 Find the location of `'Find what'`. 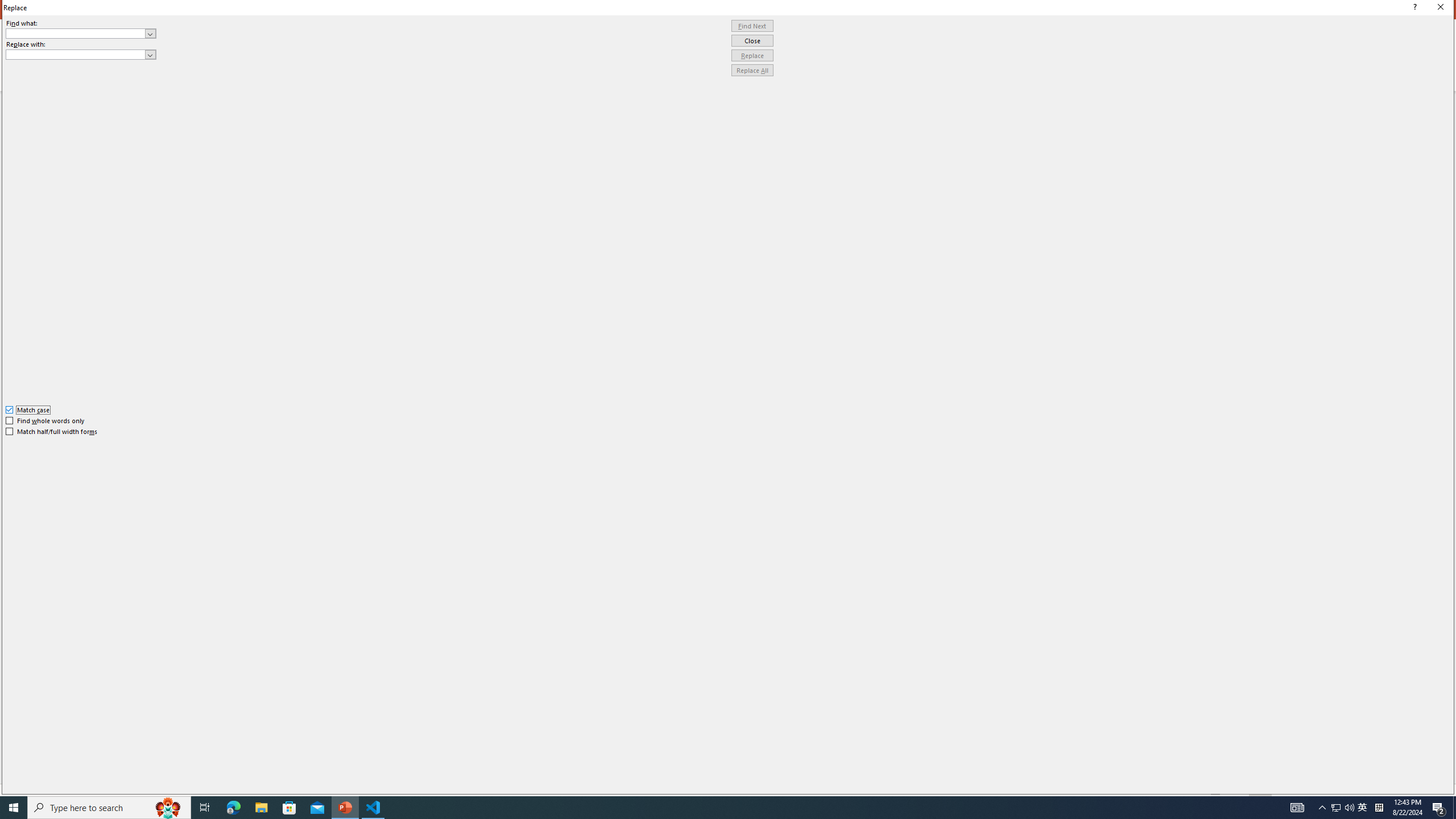

'Find what' is located at coordinates (76, 33).